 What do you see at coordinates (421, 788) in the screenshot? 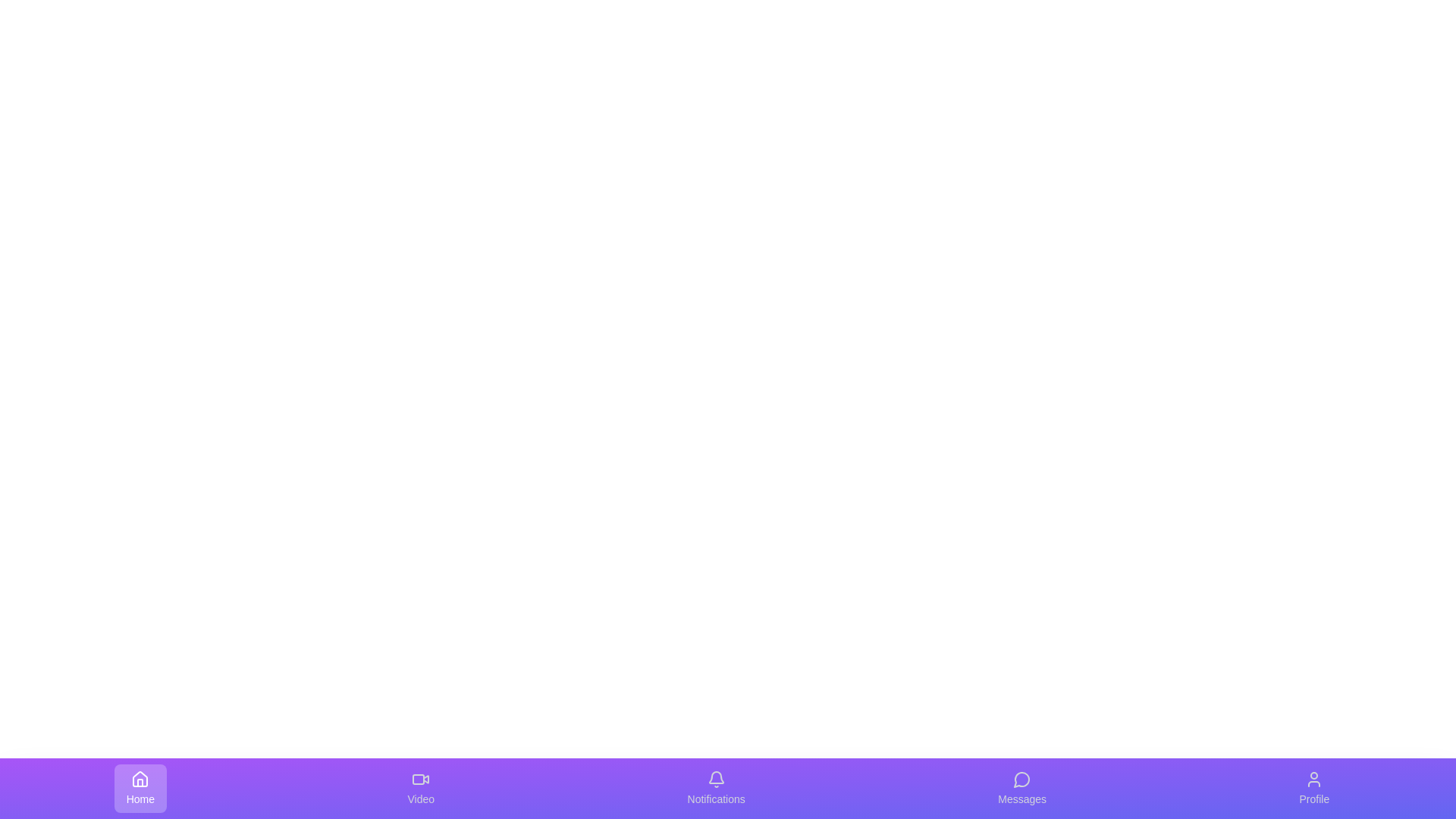
I see `the Video tab to navigate to its content` at bounding box center [421, 788].